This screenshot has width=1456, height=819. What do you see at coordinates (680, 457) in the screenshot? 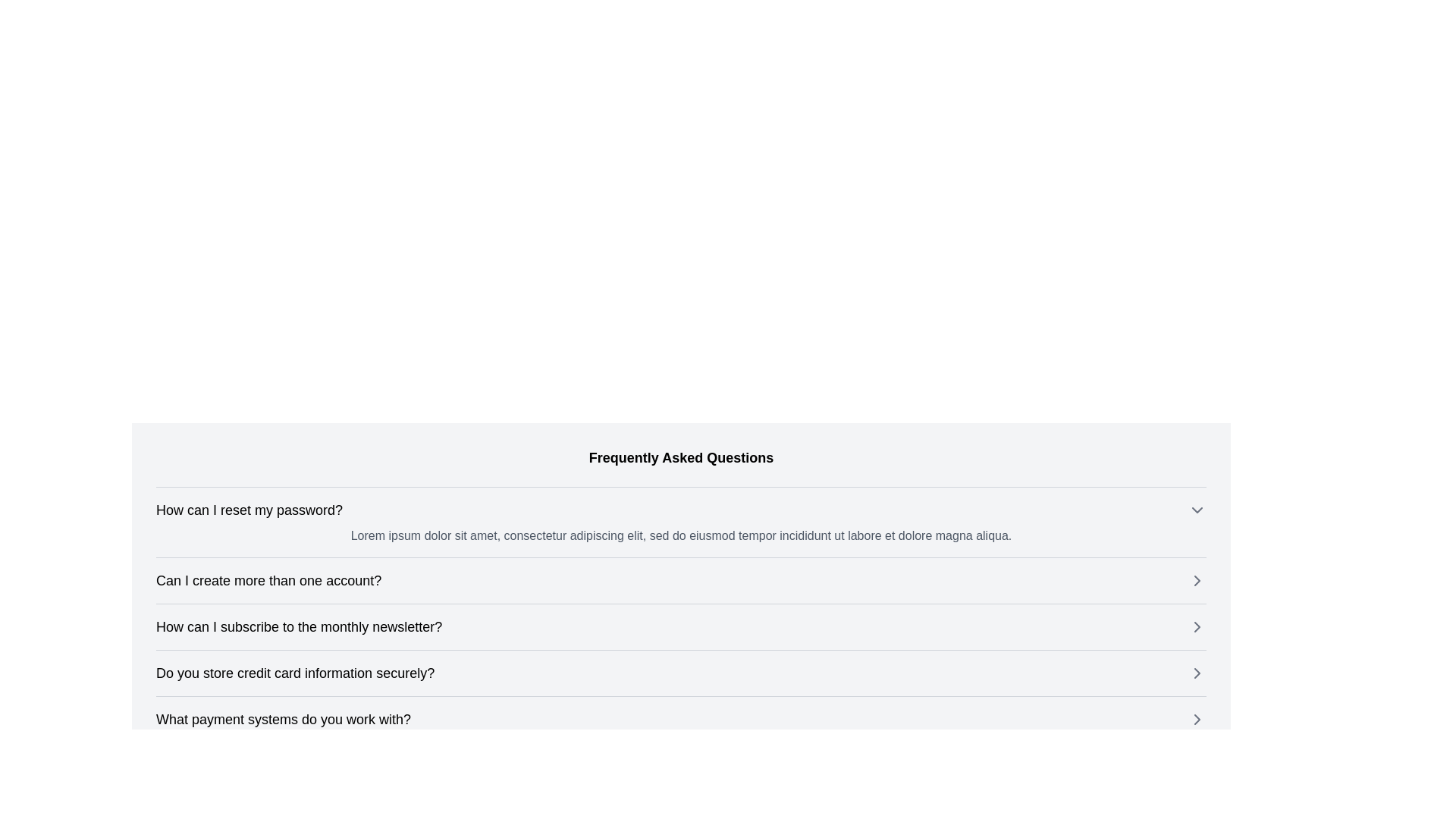
I see `header text 'Frequently Asked Questions' to understand the content of the section, which is a bold, centered header at the top of the questions list` at bounding box center [680, 457].